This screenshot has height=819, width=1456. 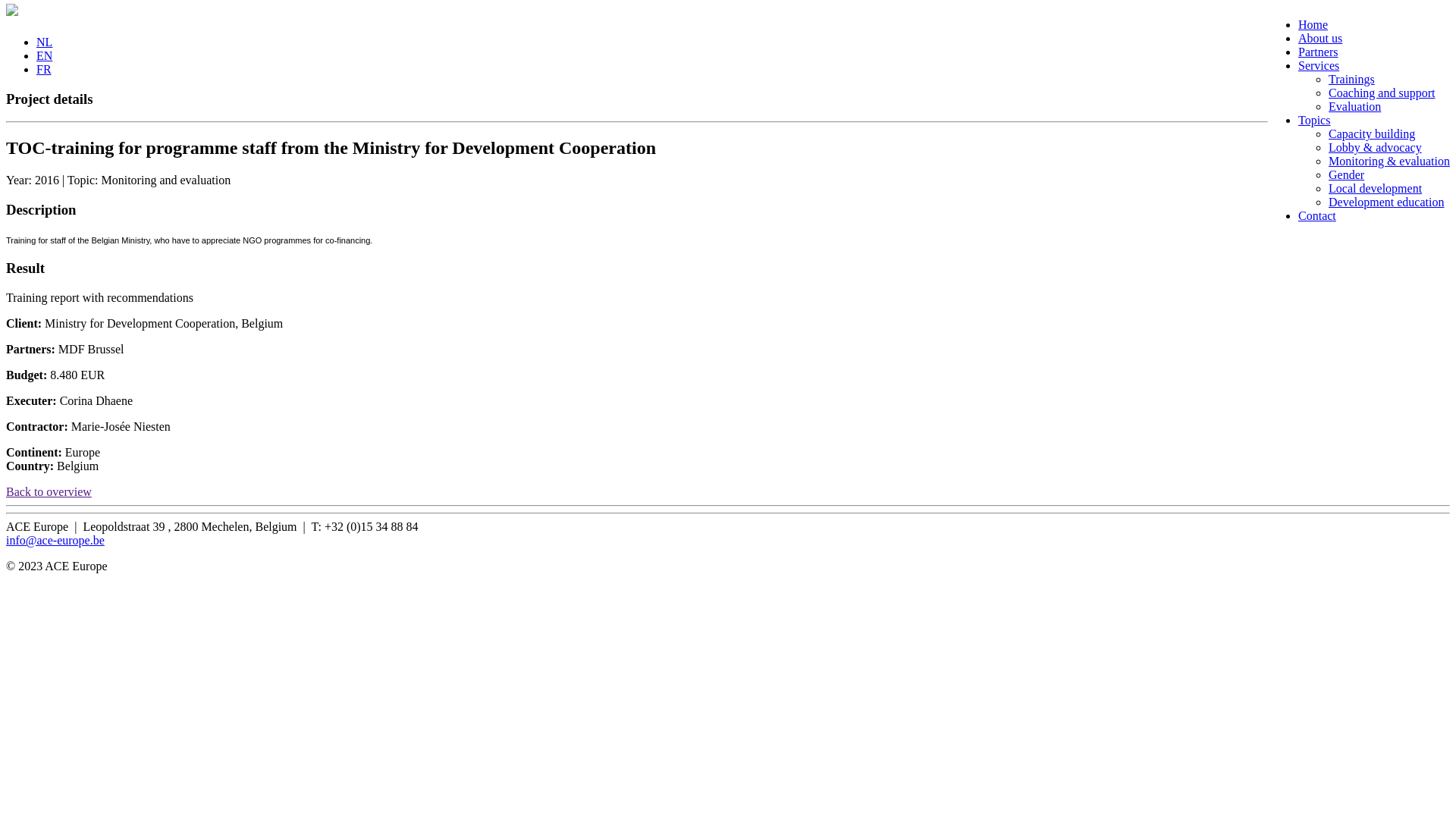 What do you see at coordinates (1375, 147) in the screenshot?
I see `'Lobby & advocacy'` at bounding box center [1375, 147].